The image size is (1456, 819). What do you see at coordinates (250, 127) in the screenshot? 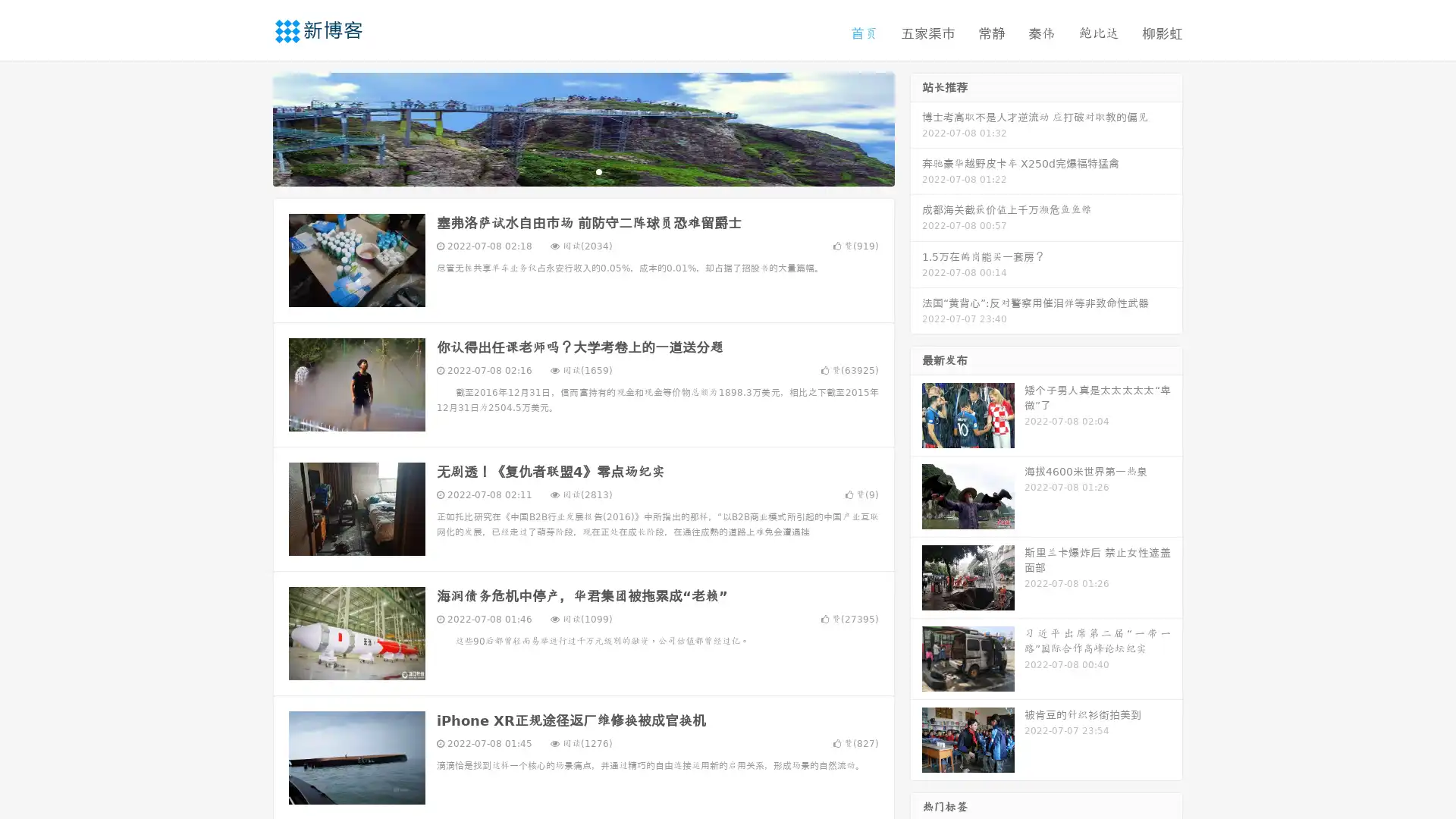
I see `Previous slide` at bounding box center [250, 127].